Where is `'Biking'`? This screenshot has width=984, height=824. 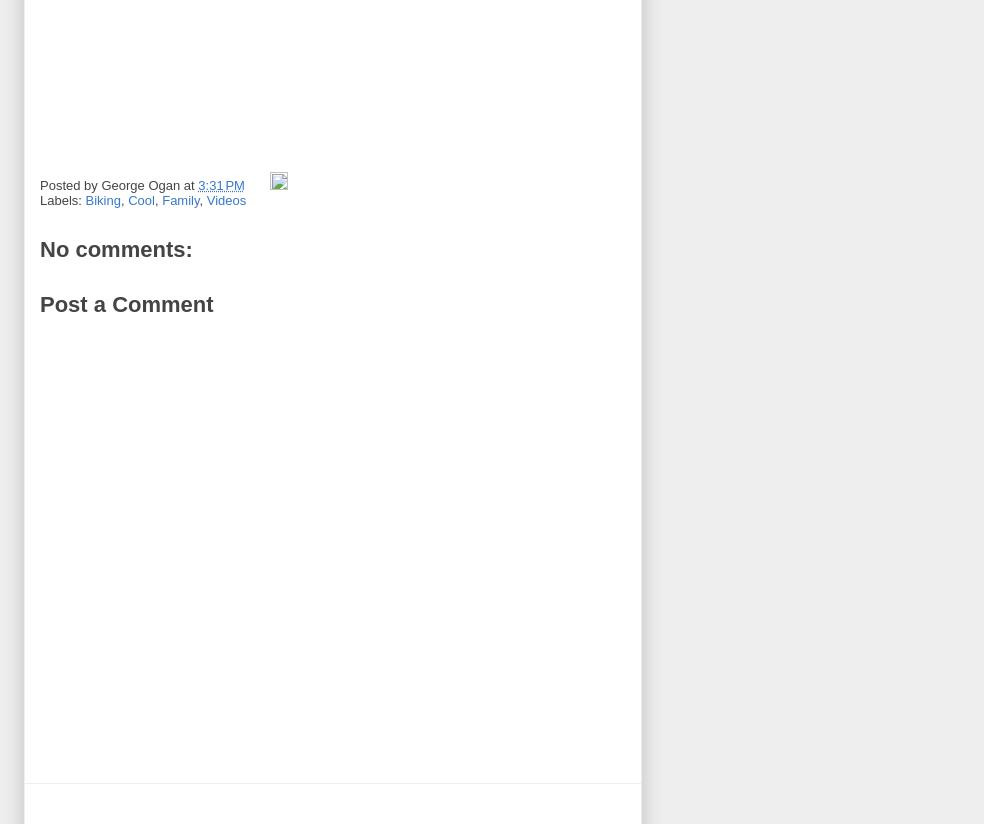 'Biking' is located at coordinates (101, 199).